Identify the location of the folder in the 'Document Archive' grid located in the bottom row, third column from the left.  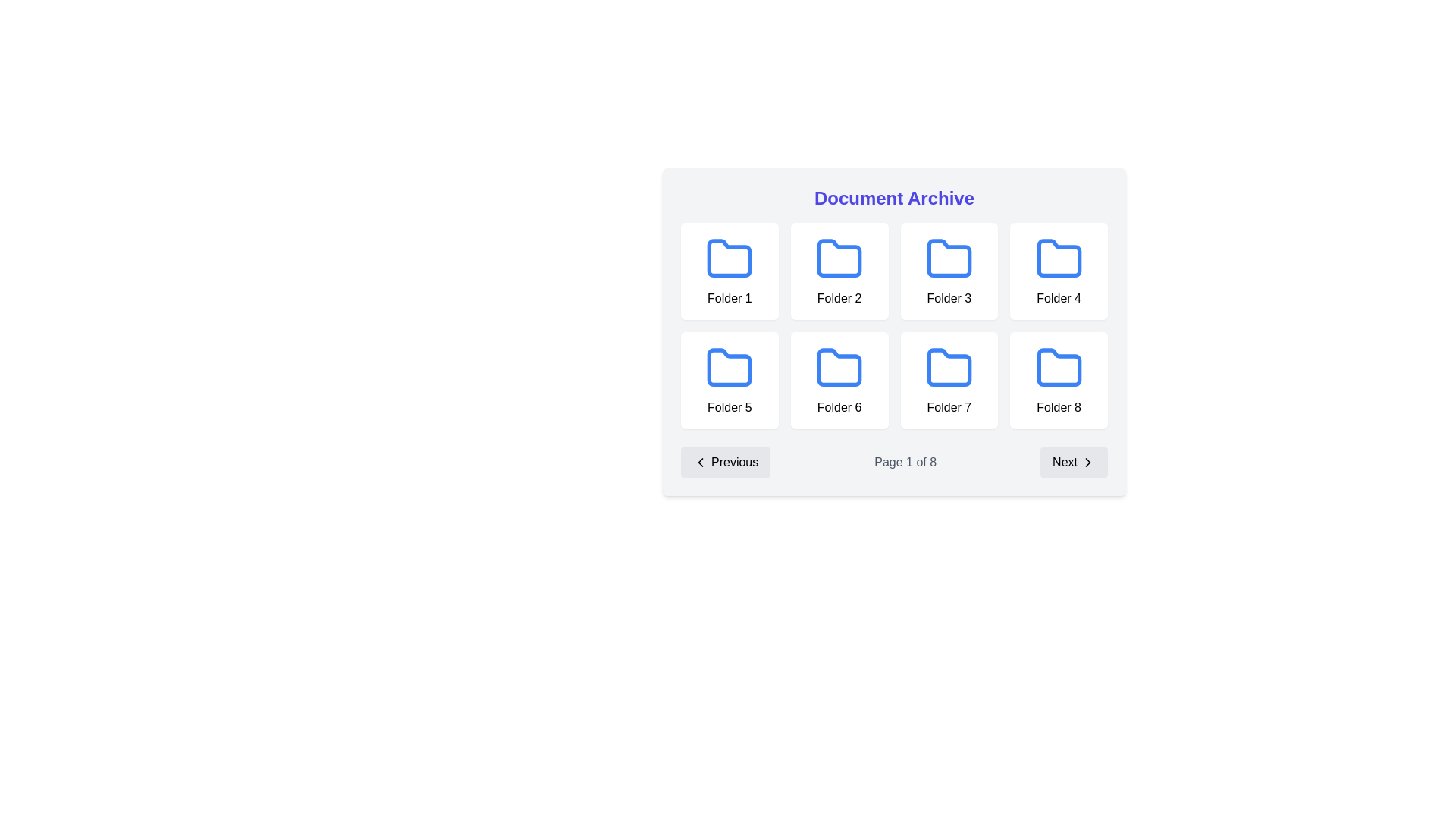
(948, 379).